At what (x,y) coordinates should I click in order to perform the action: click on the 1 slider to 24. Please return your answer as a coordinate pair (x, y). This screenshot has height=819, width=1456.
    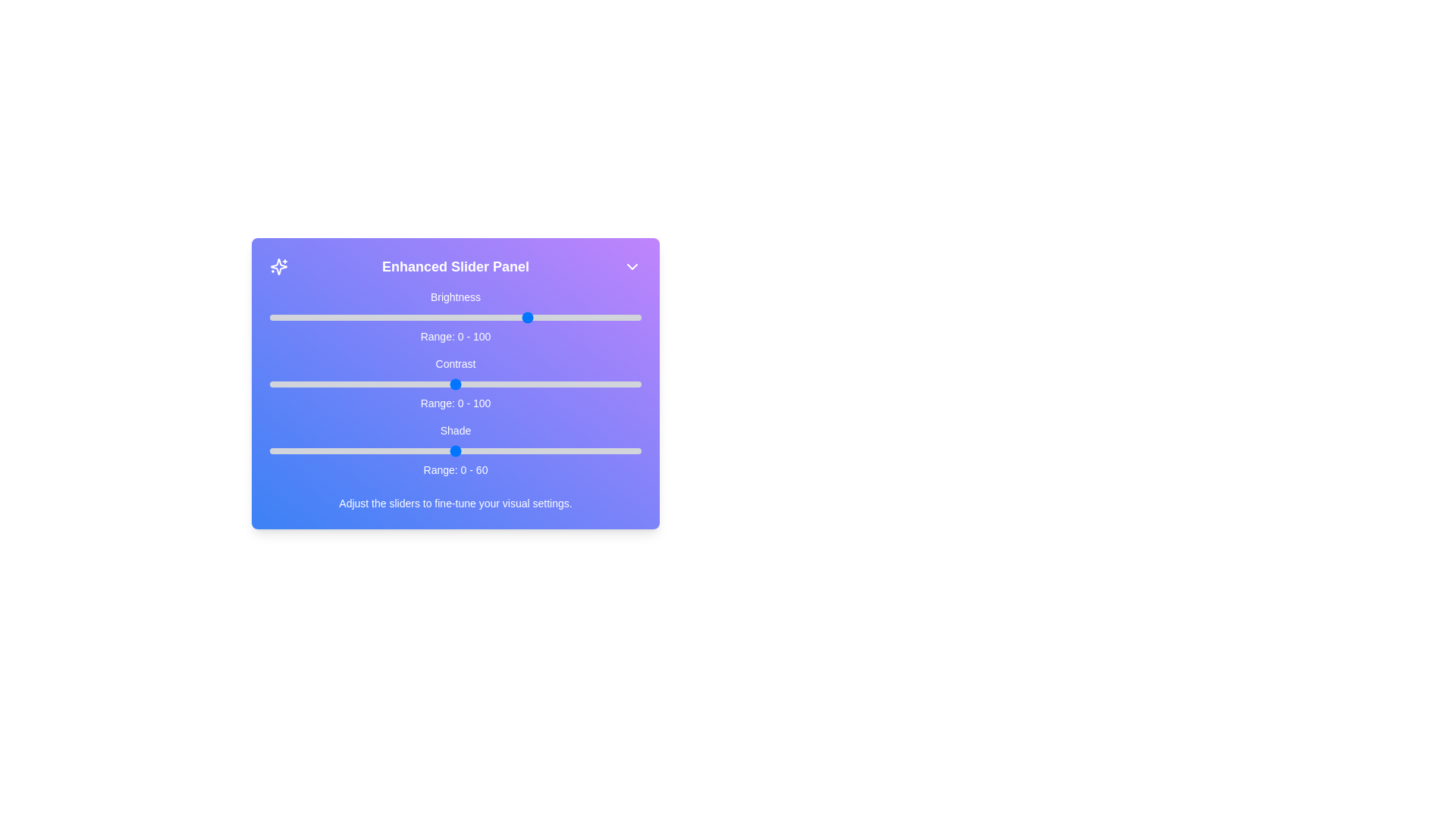
    Looking at the image, I should click on (358, 383).